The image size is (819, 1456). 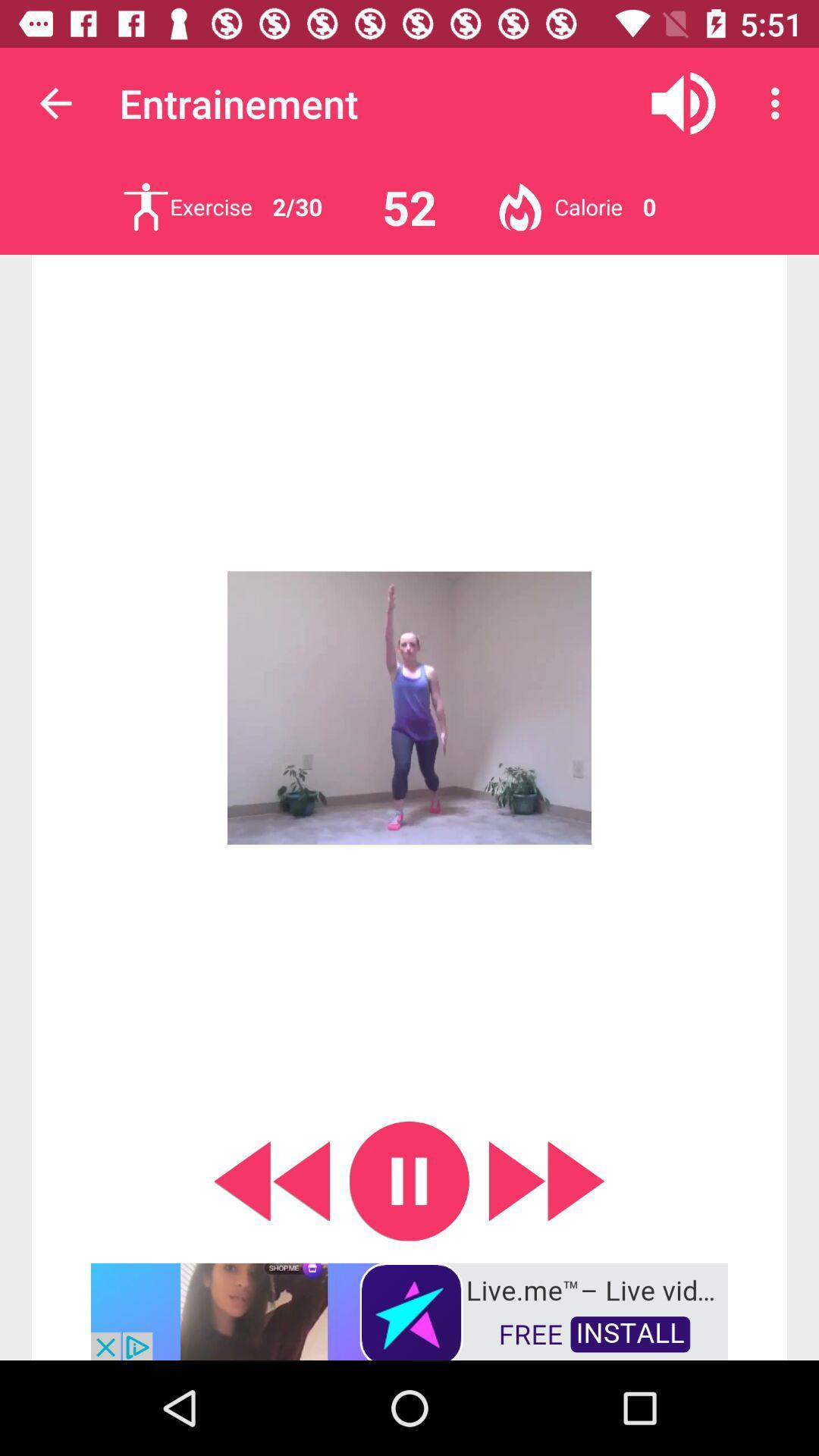 I want to click on change the volume, so click(x=683, y=102).